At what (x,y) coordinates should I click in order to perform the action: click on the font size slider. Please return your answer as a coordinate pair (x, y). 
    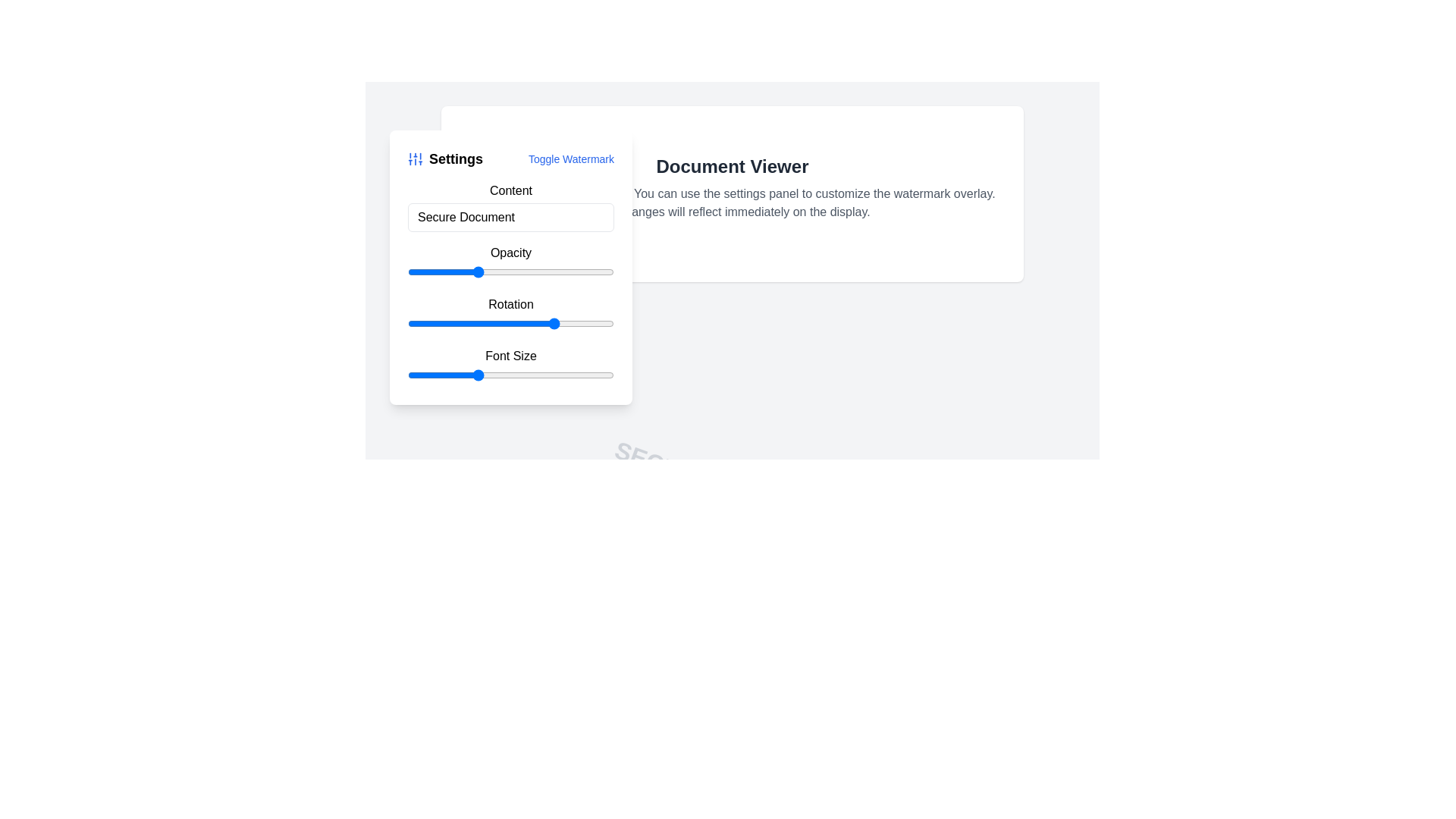
    Looking at the image, I should click on (416, 375).